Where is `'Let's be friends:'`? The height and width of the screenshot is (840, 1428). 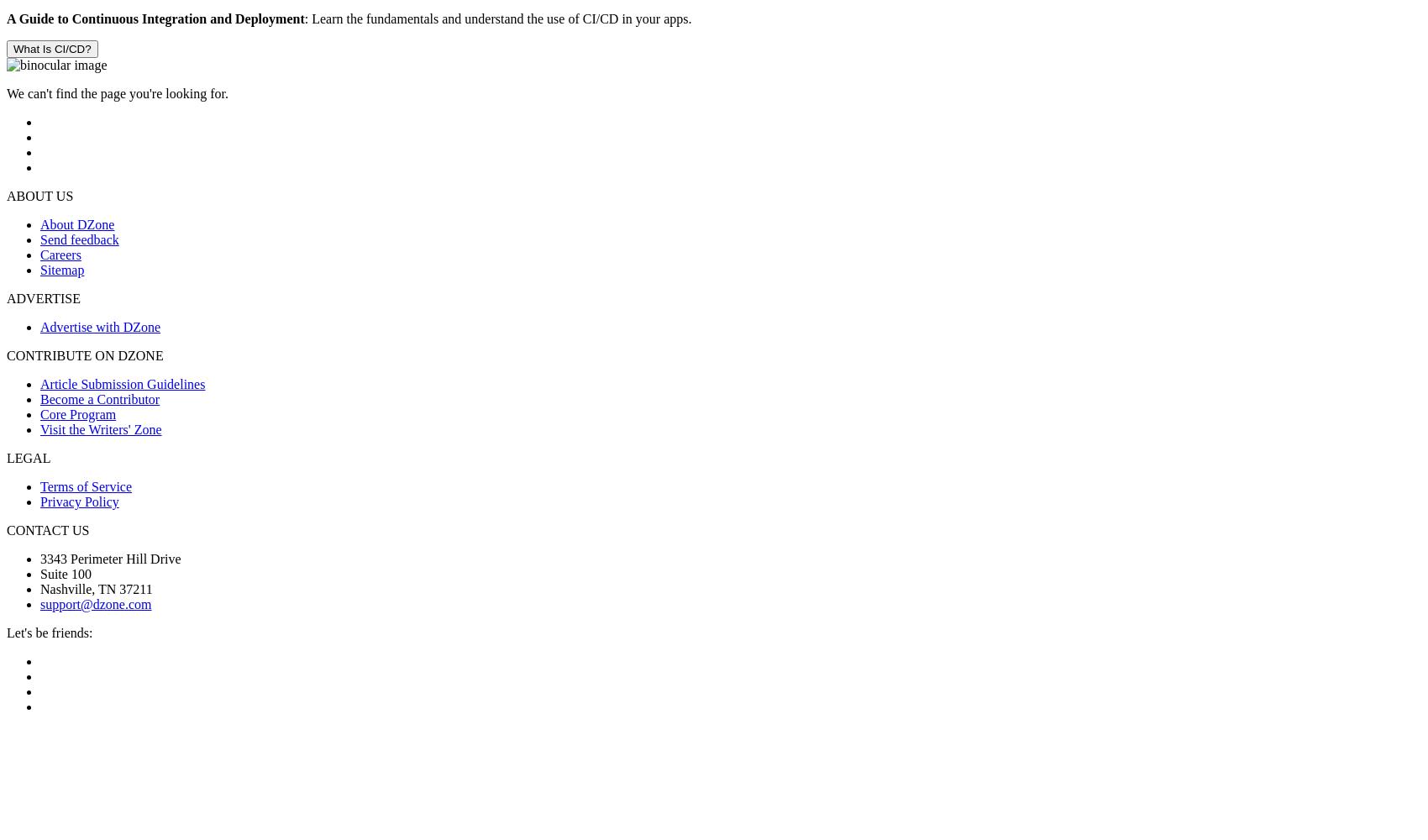 'Let's be friends:' is located at coordinates (49, 633).